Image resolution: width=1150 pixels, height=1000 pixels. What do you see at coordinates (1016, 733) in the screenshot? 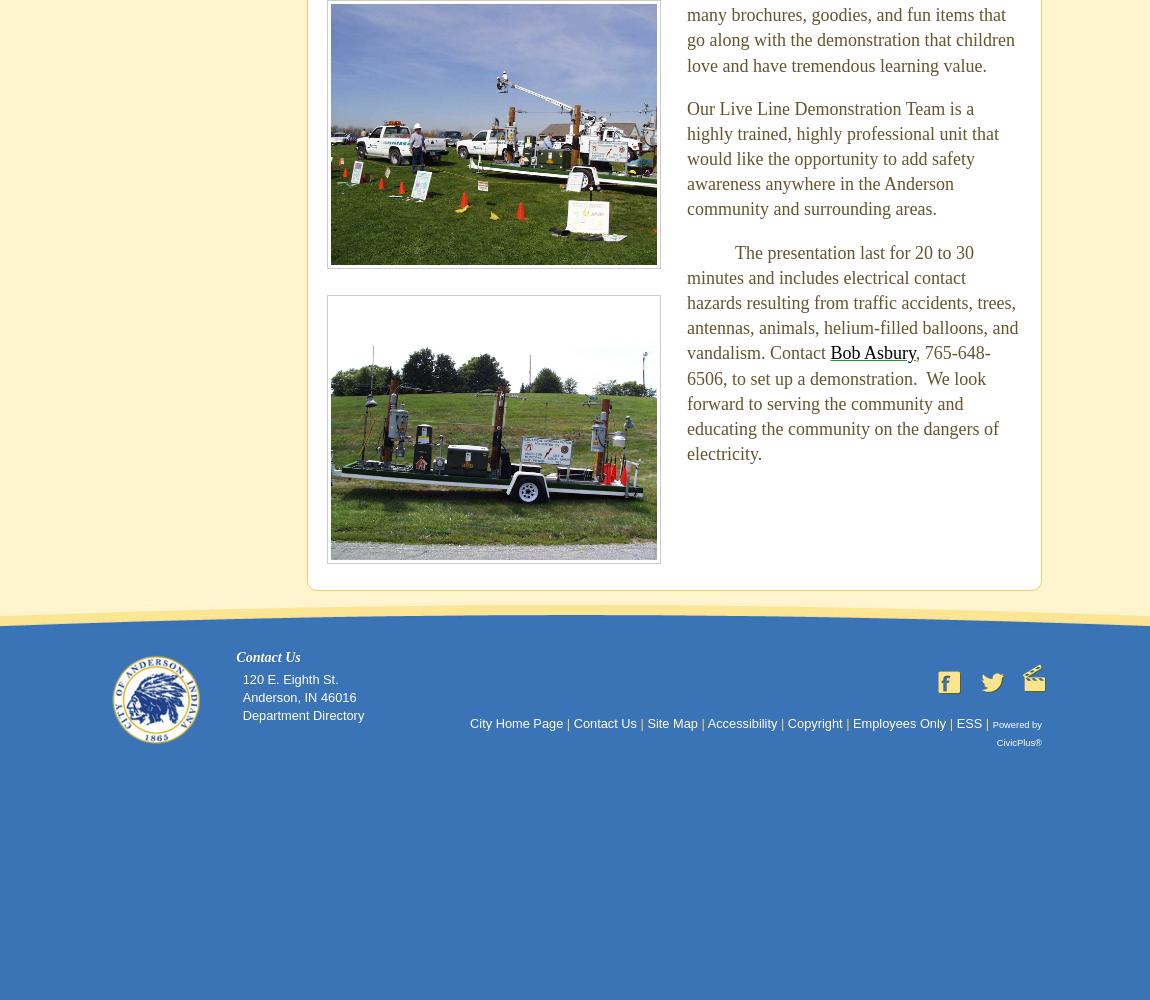
I see `'Powered by CivicPlus®'` at bounding box center [1016, 733].